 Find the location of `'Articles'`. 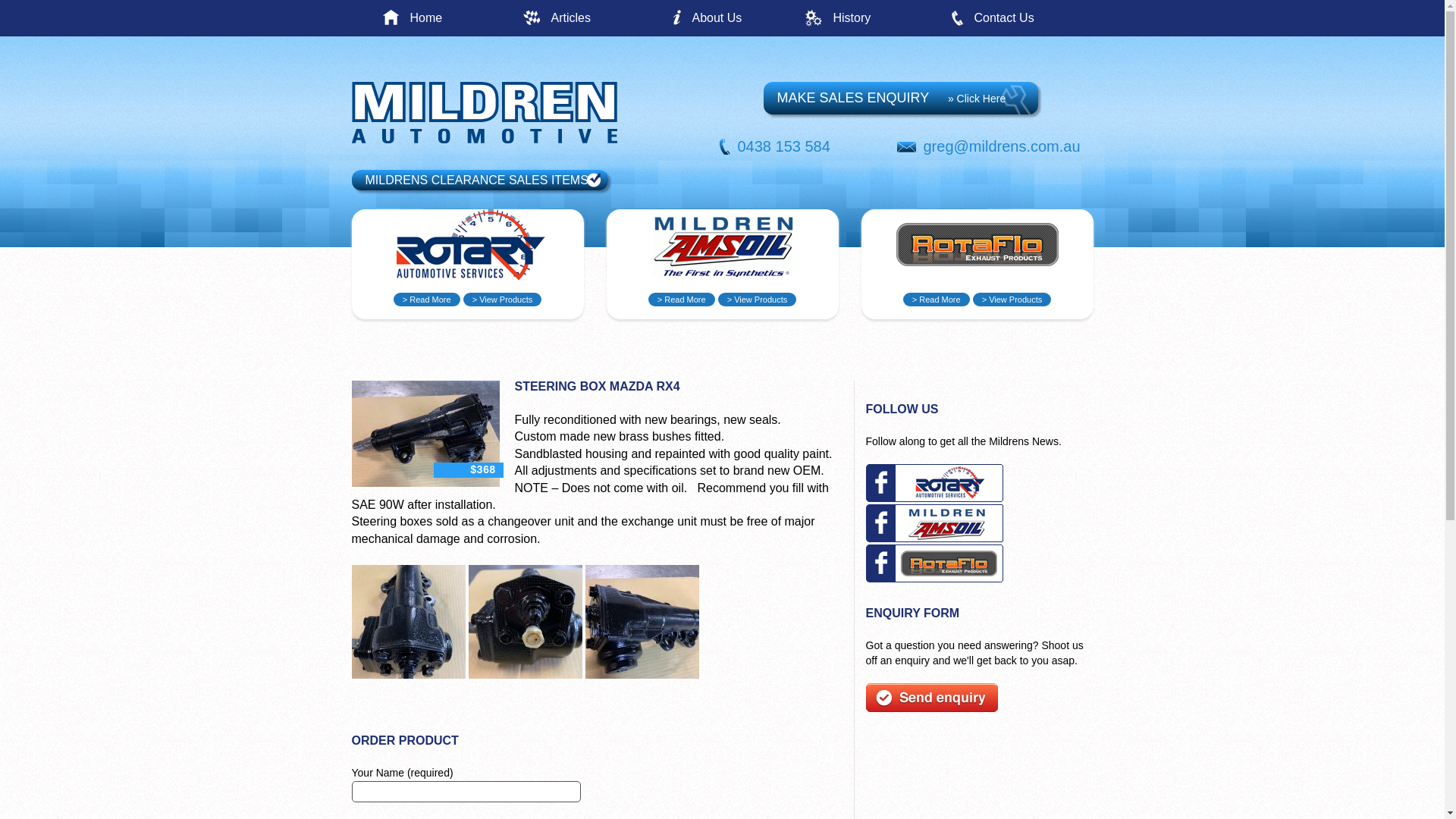

'Articles' is located at coordinates (549, 17).